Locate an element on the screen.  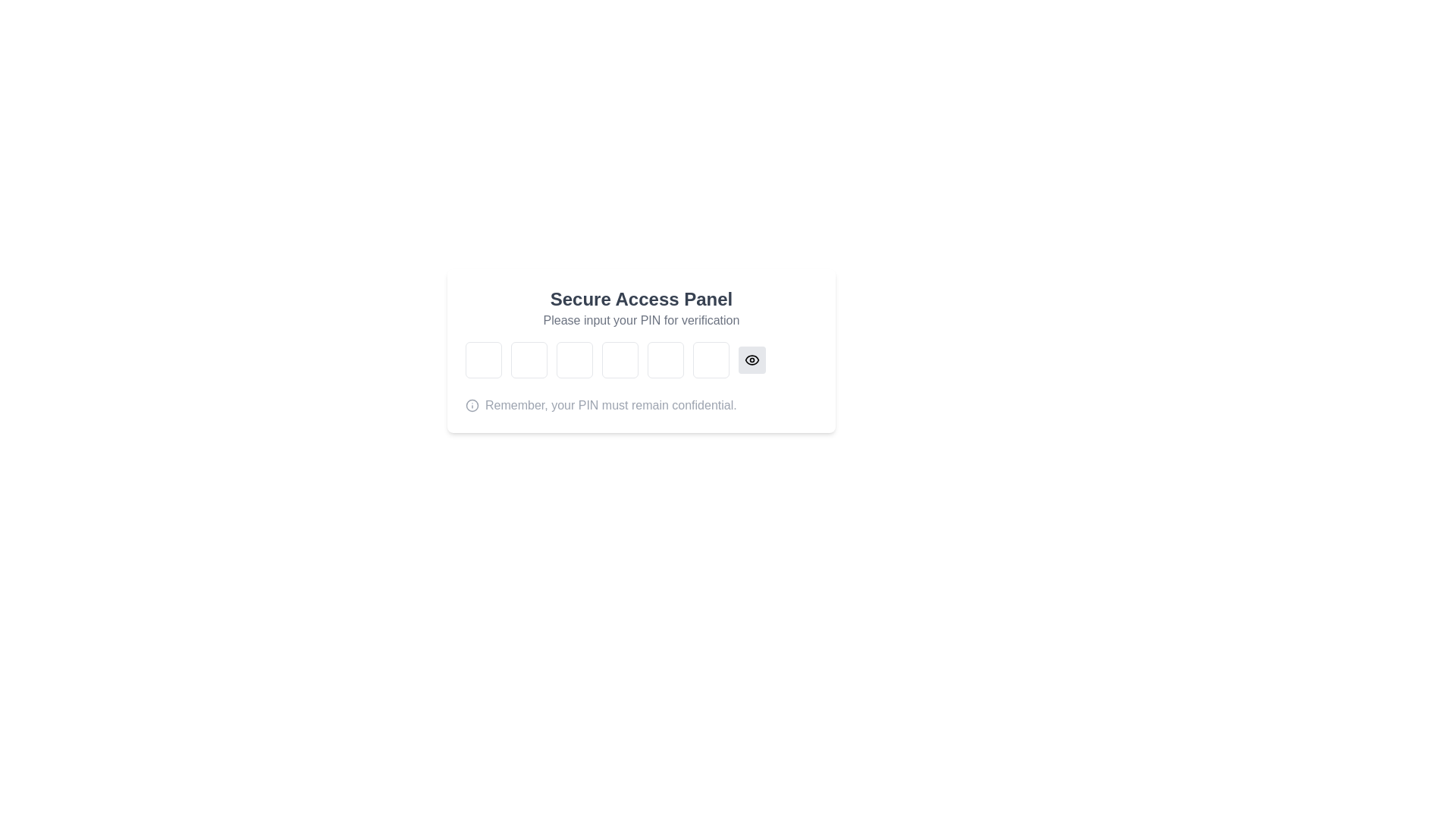
the Password input field, which is the first of six horizontally aligned input fields with a white background and rounded corners to focus on it is located at coordinates (483, 359).